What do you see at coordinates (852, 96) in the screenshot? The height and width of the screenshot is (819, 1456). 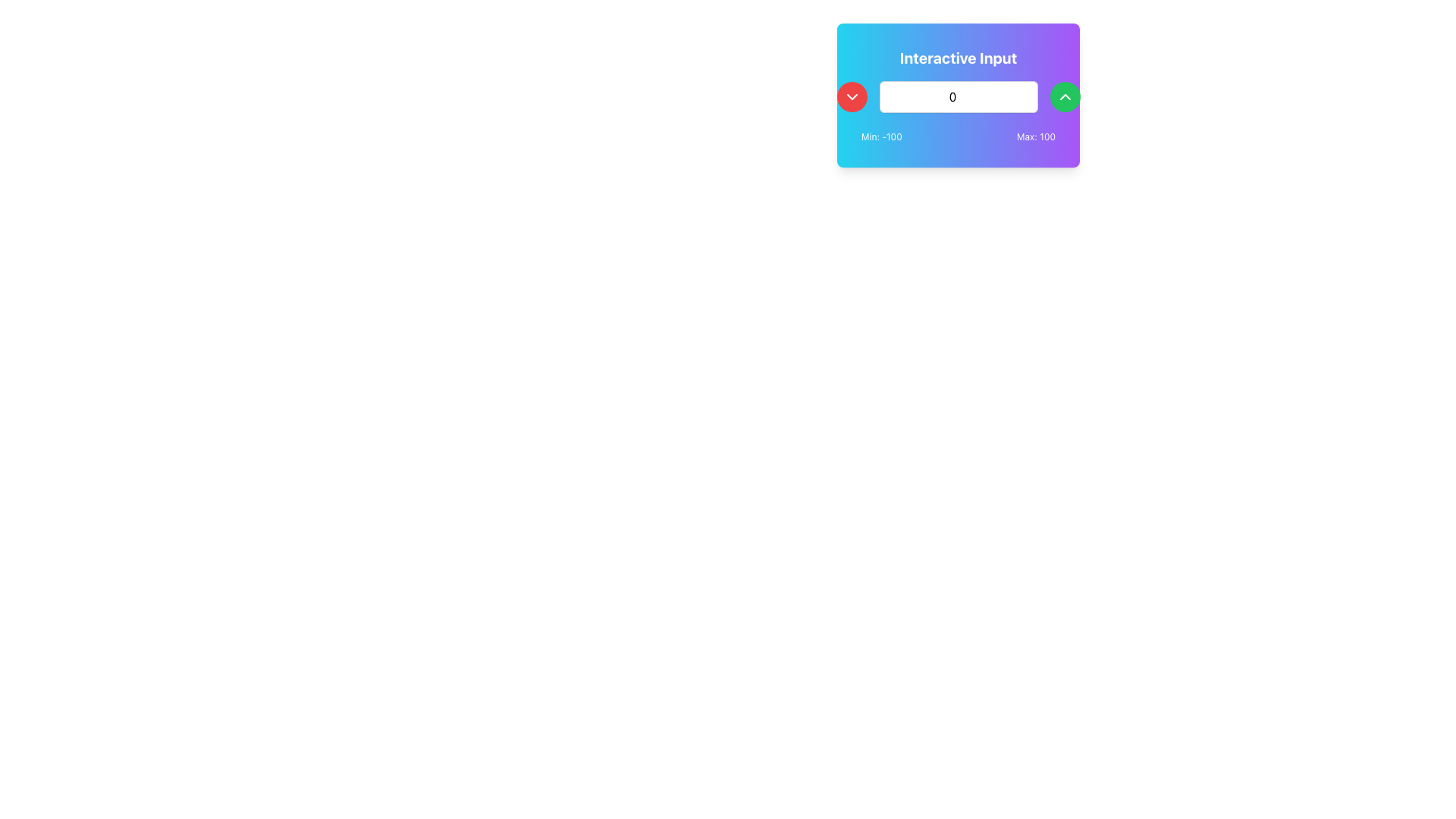 I see `the Interactive Button located to the left of the numeric input field to decrement the value displayed in the field` at bounding box center [852, 96].